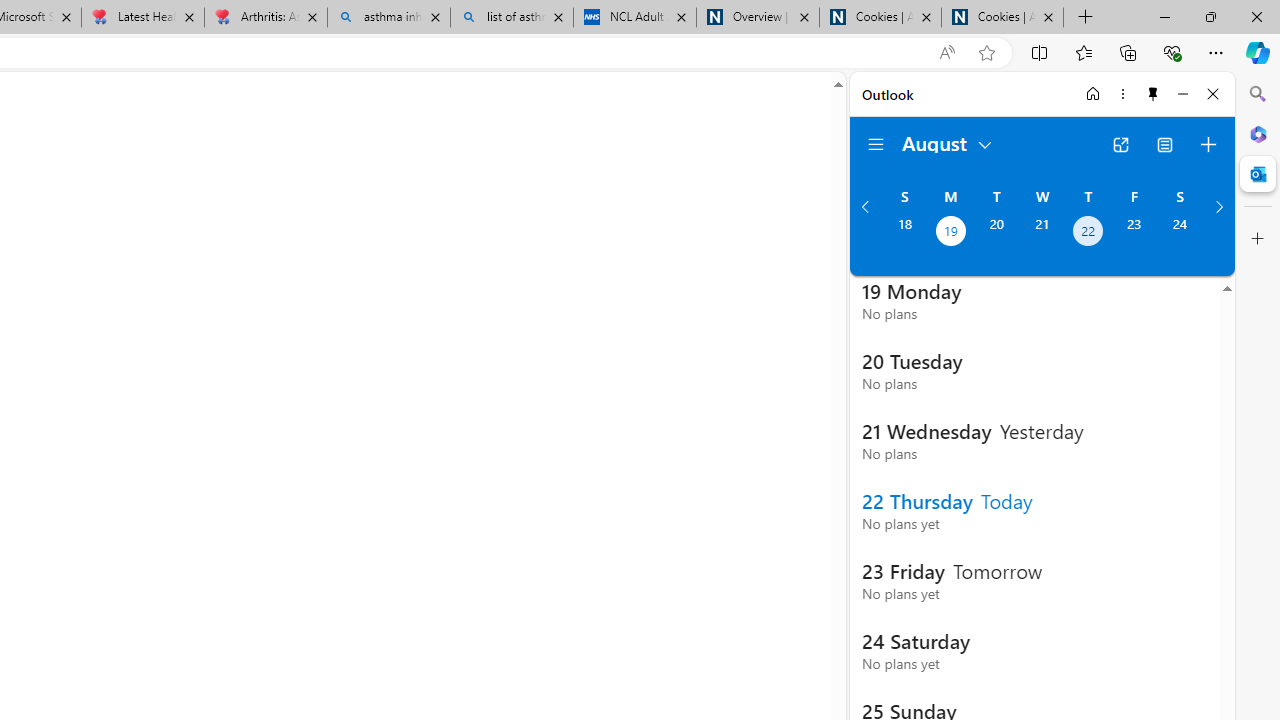 Image resolution: width=1280 pixels, height=720 pixels. Describe the element at coordinates (389, 17) in the screenshot. I see `'asthma inhaler - Search'` at that location.